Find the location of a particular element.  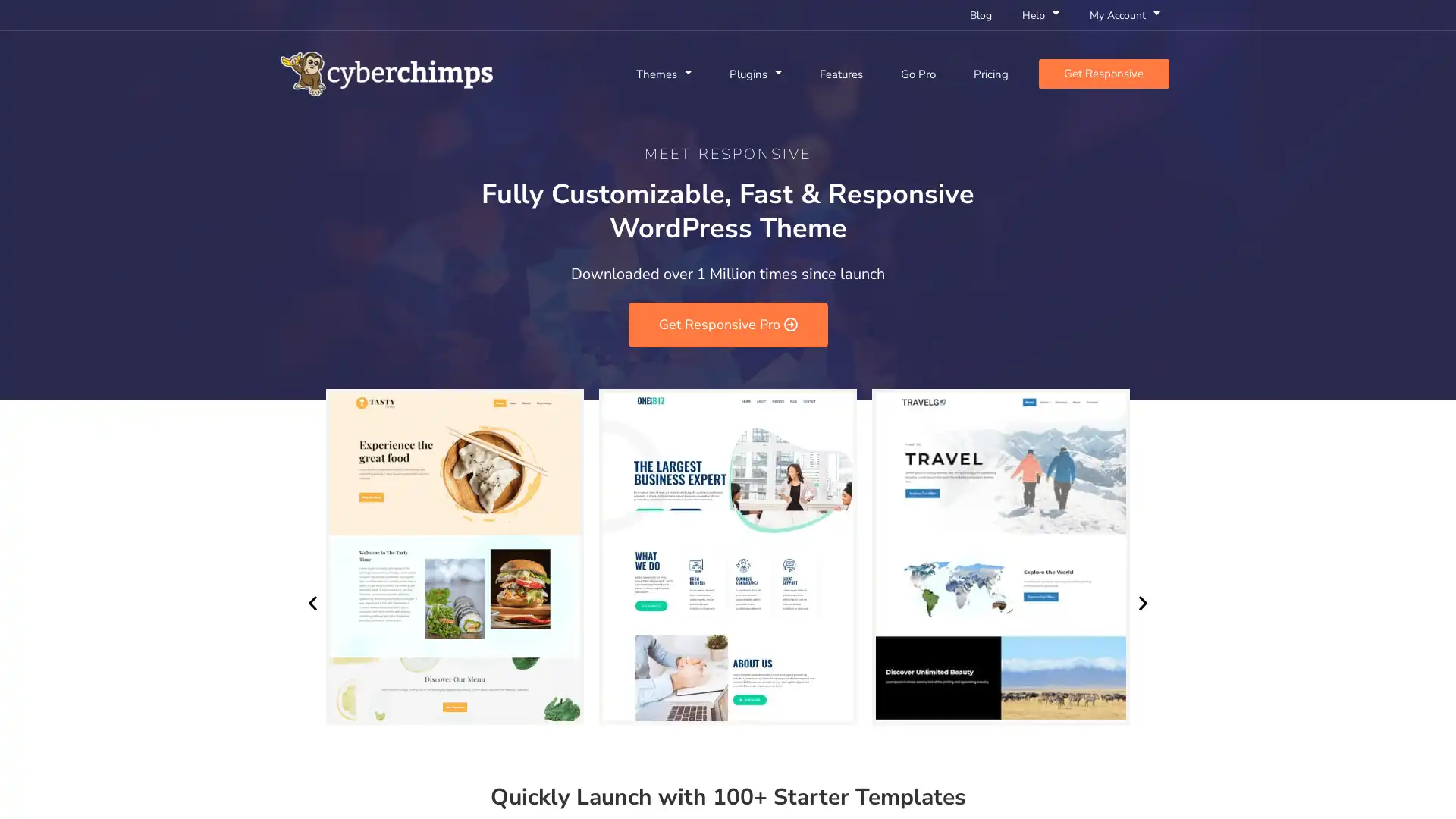

Get Responsive Pro is located at coordinates (726, 324).